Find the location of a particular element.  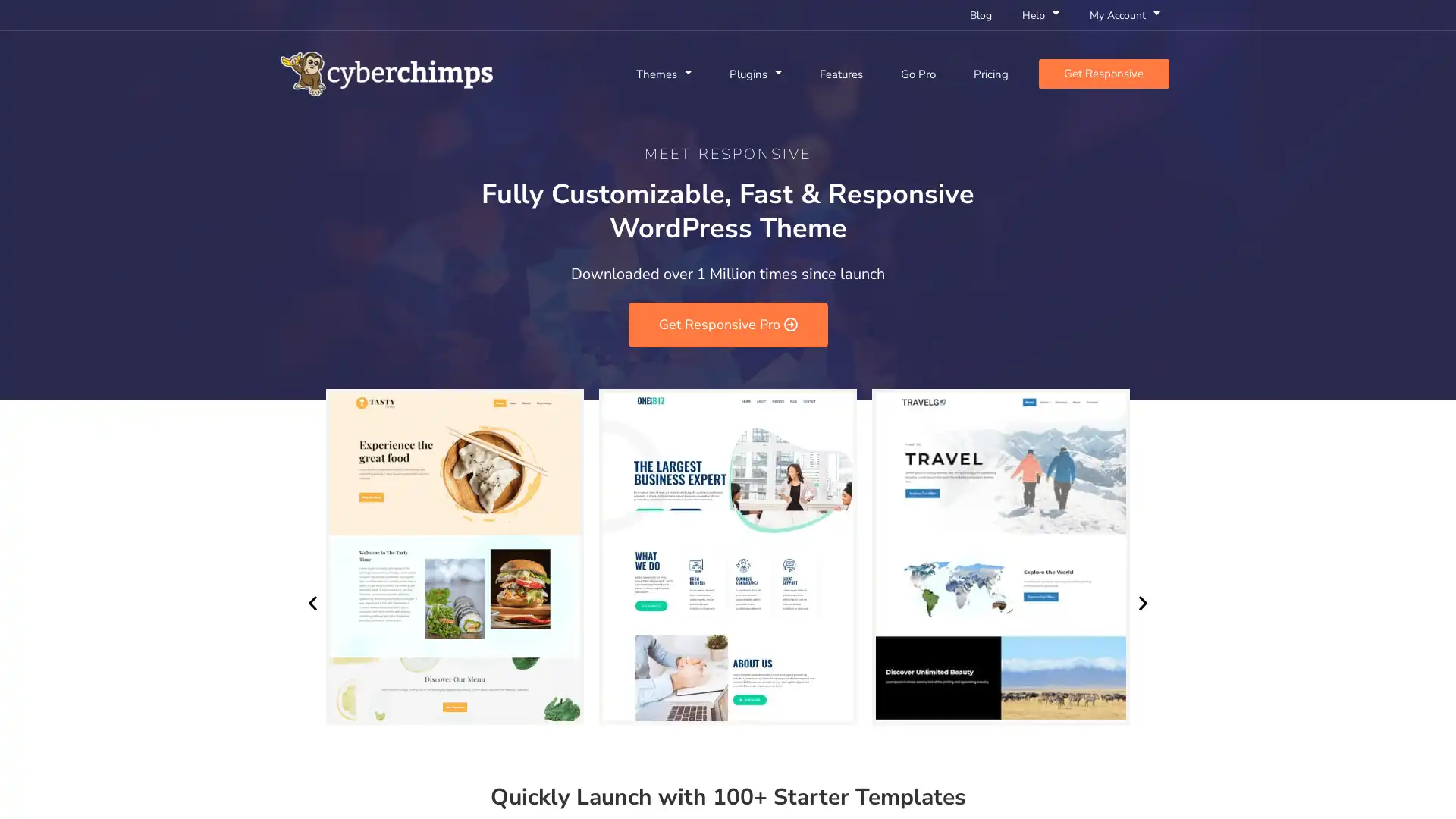

Get Responsive Pro is located at coordinates (726, 324).